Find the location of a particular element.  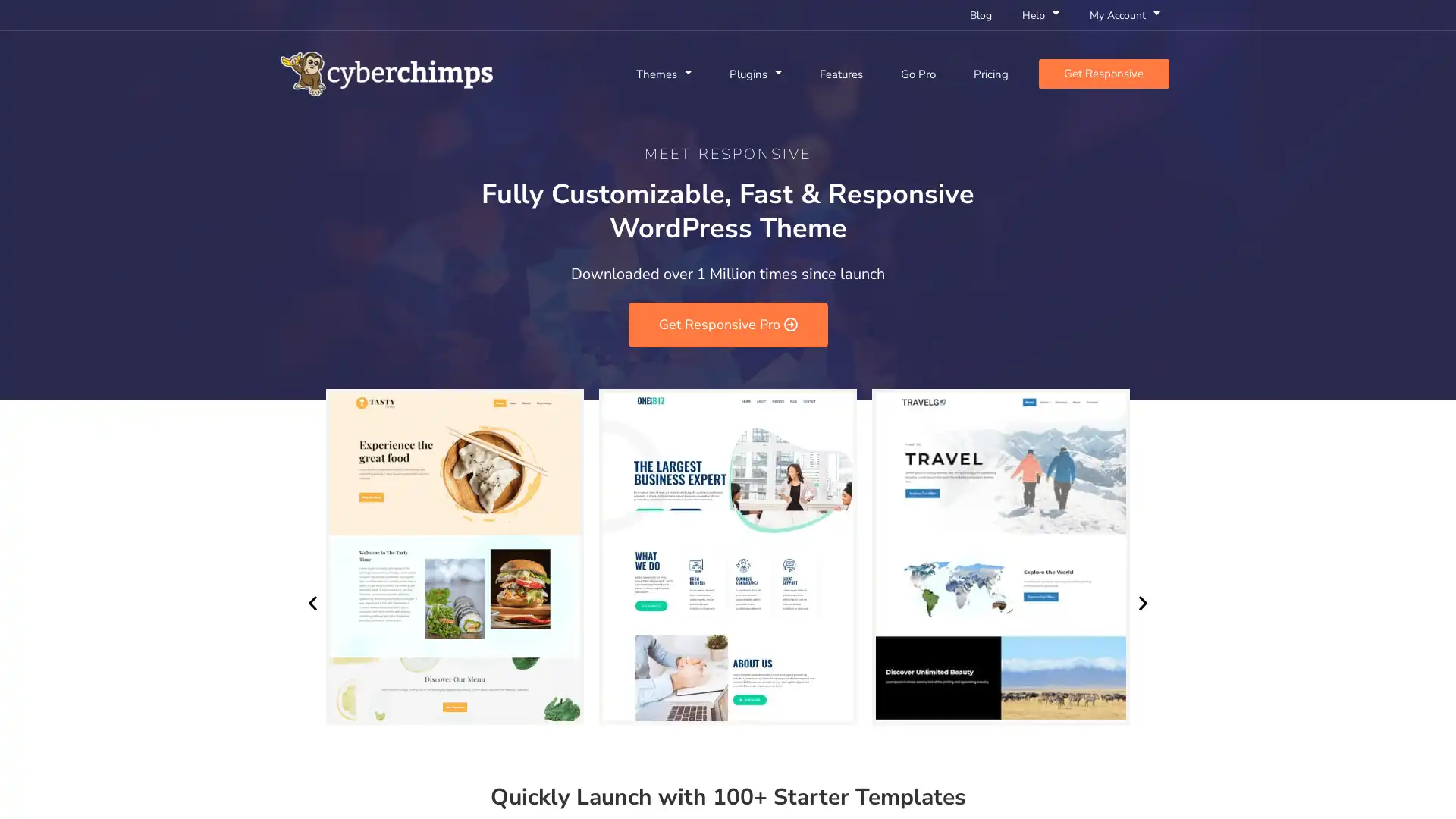

Get Responsive Pro is located at coordinates (726, 324).